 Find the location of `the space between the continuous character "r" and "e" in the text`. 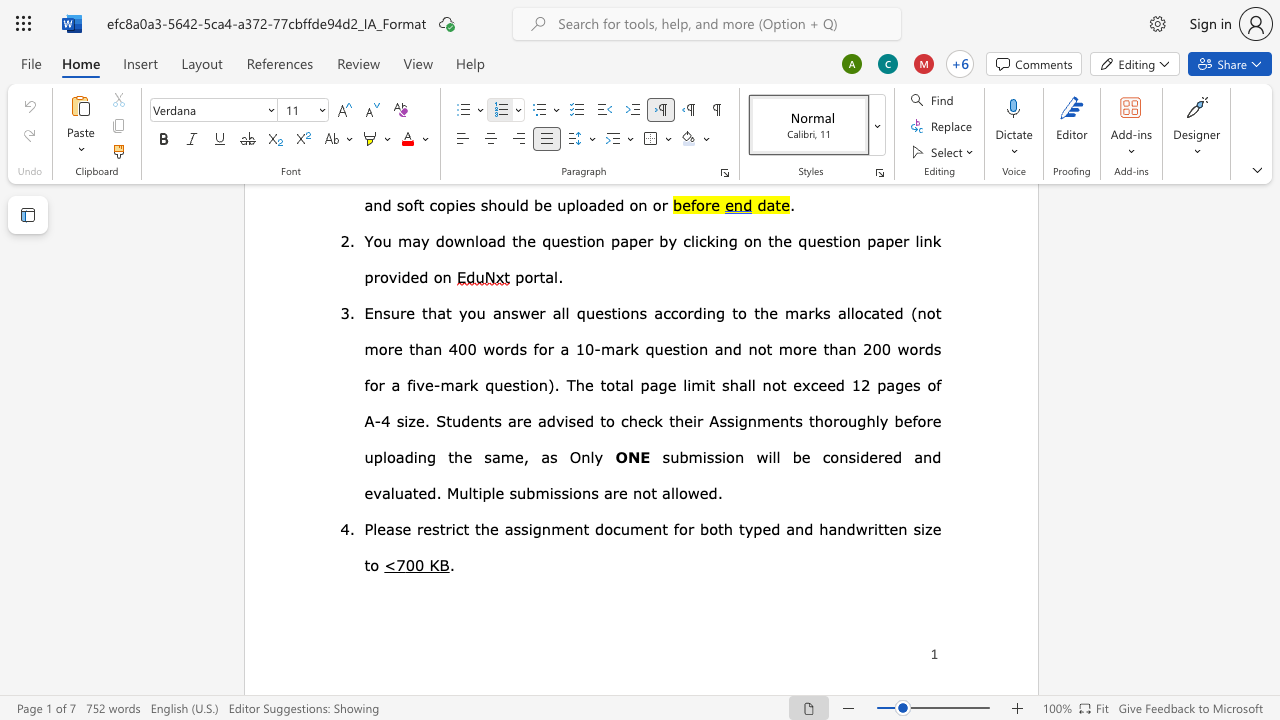

the space between the continuous character "r" and "e" in the text is located at coordinates (422, 527).